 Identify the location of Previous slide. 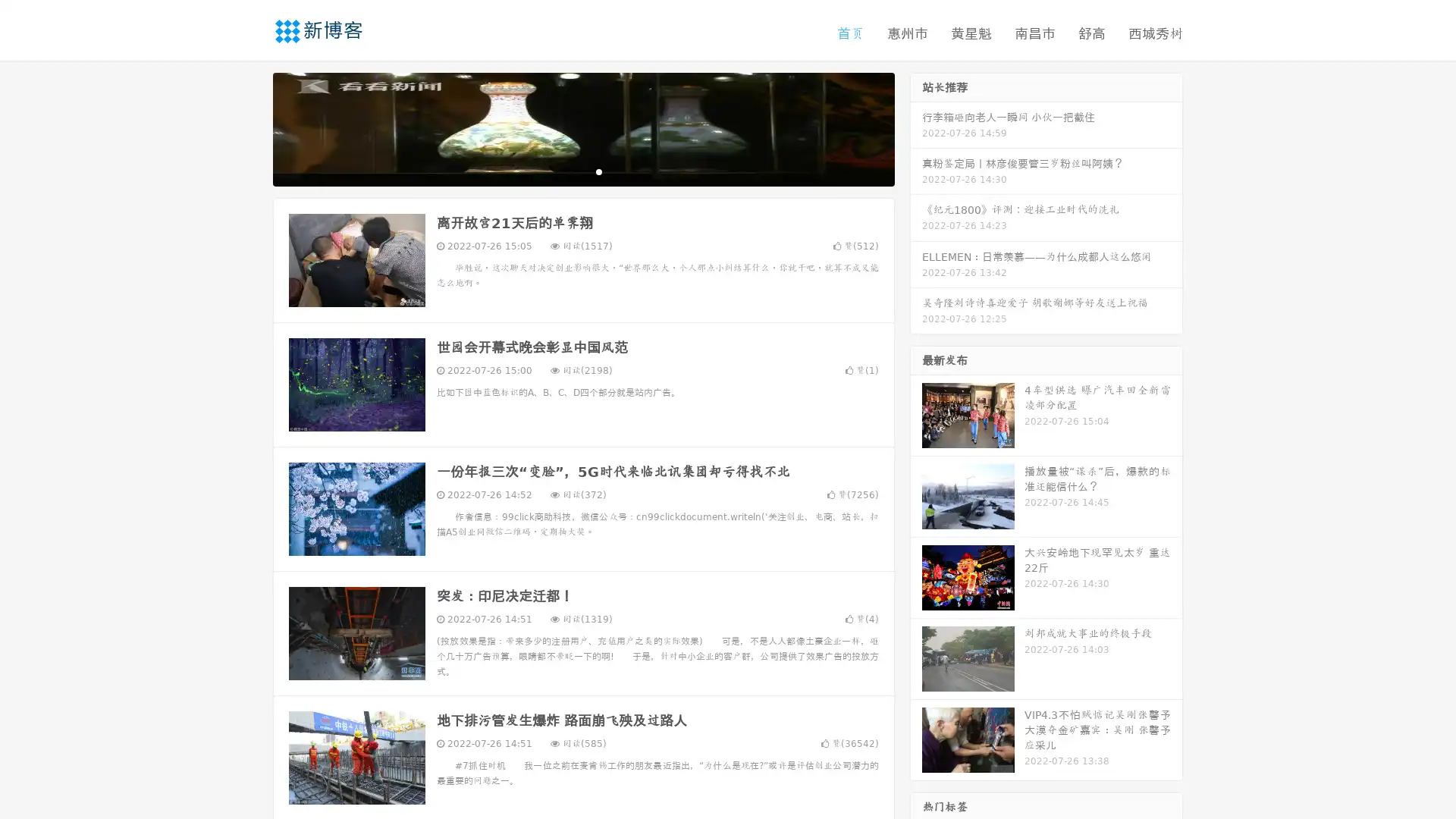
(250, 127).